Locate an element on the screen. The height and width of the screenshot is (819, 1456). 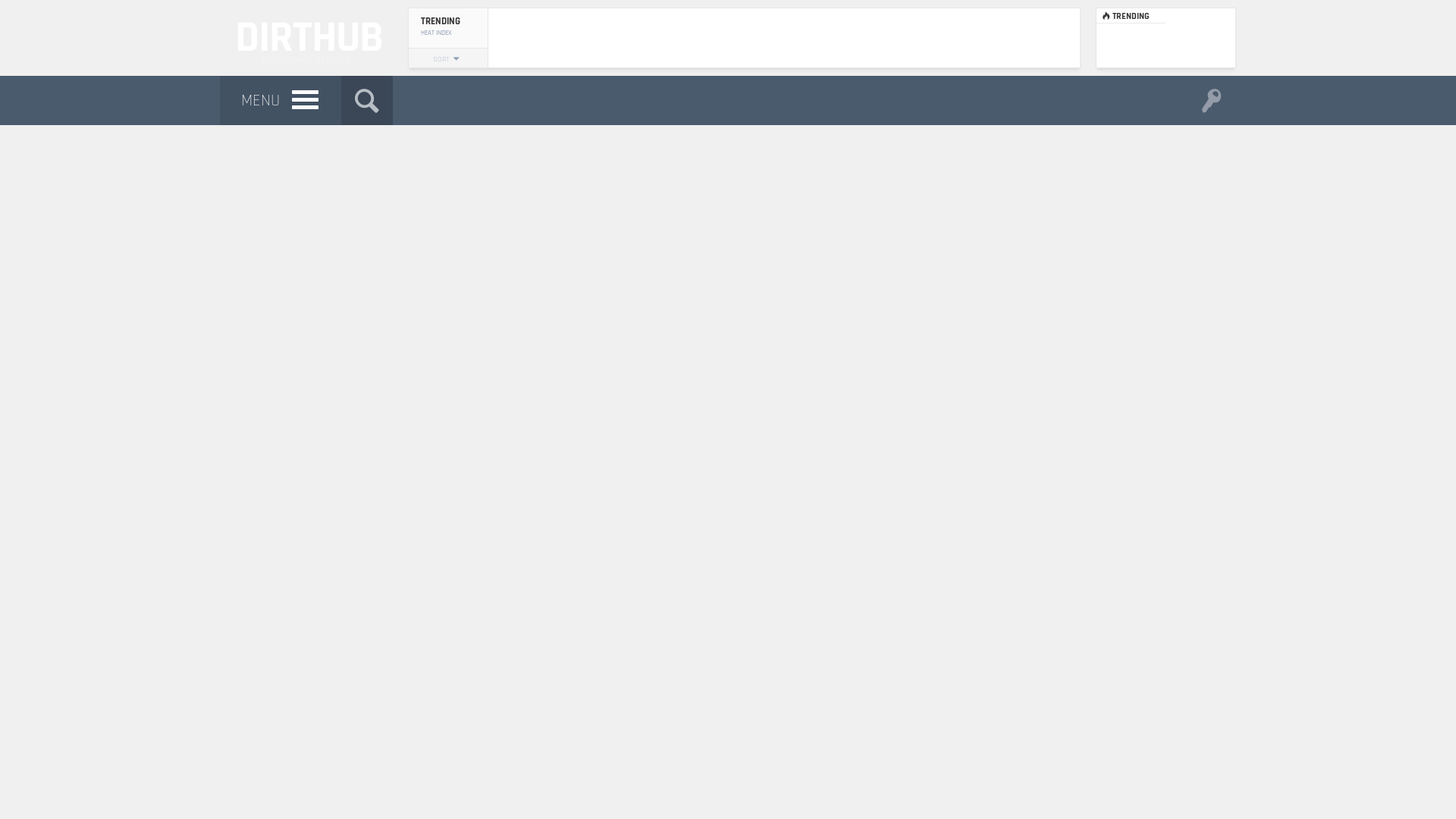
'DIRTHUB' is located at coordinates (305, 37).